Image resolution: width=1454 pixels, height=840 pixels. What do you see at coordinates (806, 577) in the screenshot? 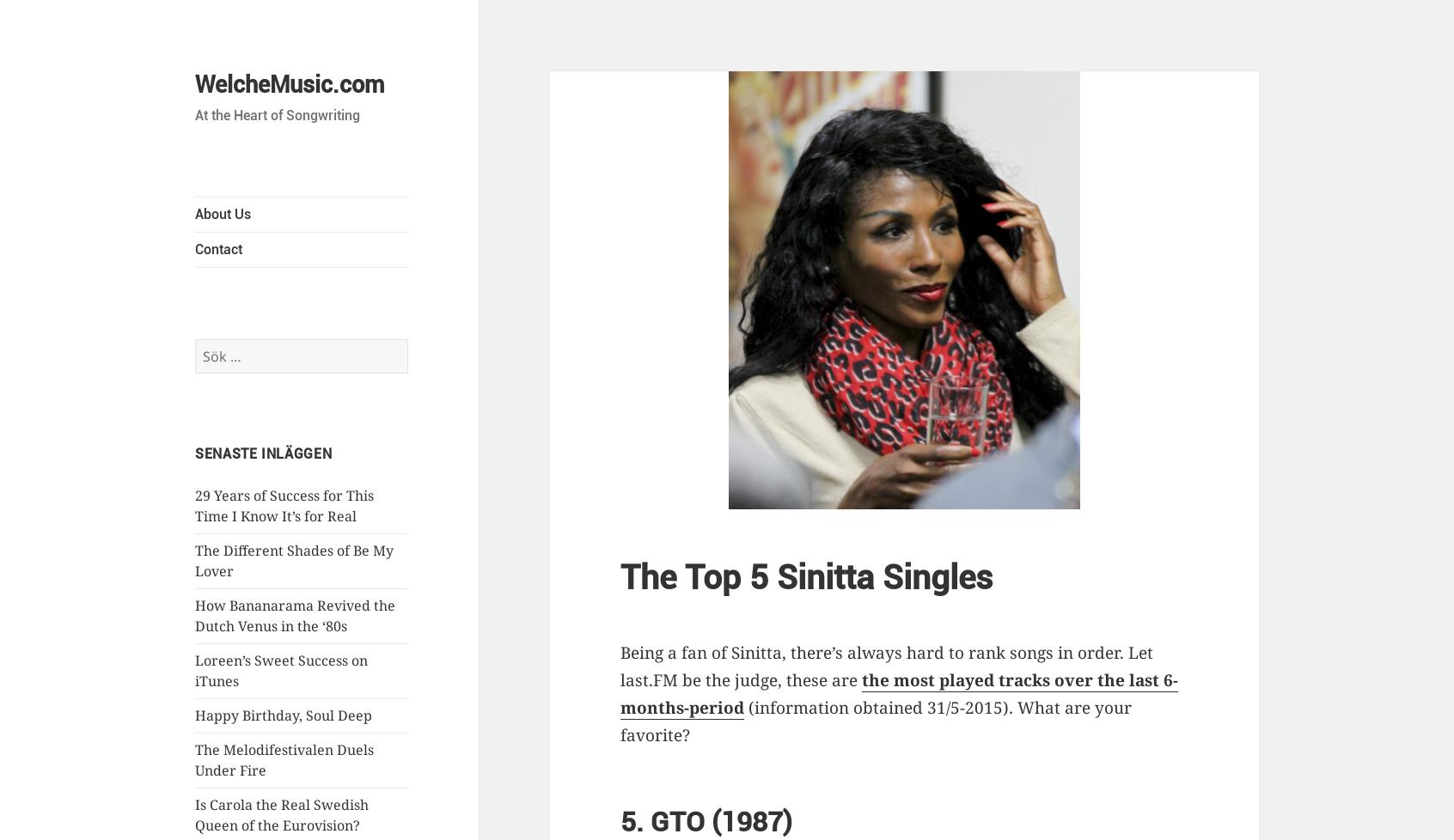
I see `'The Top 5 Sinitta Singles'` at bounding box center [806, 577].